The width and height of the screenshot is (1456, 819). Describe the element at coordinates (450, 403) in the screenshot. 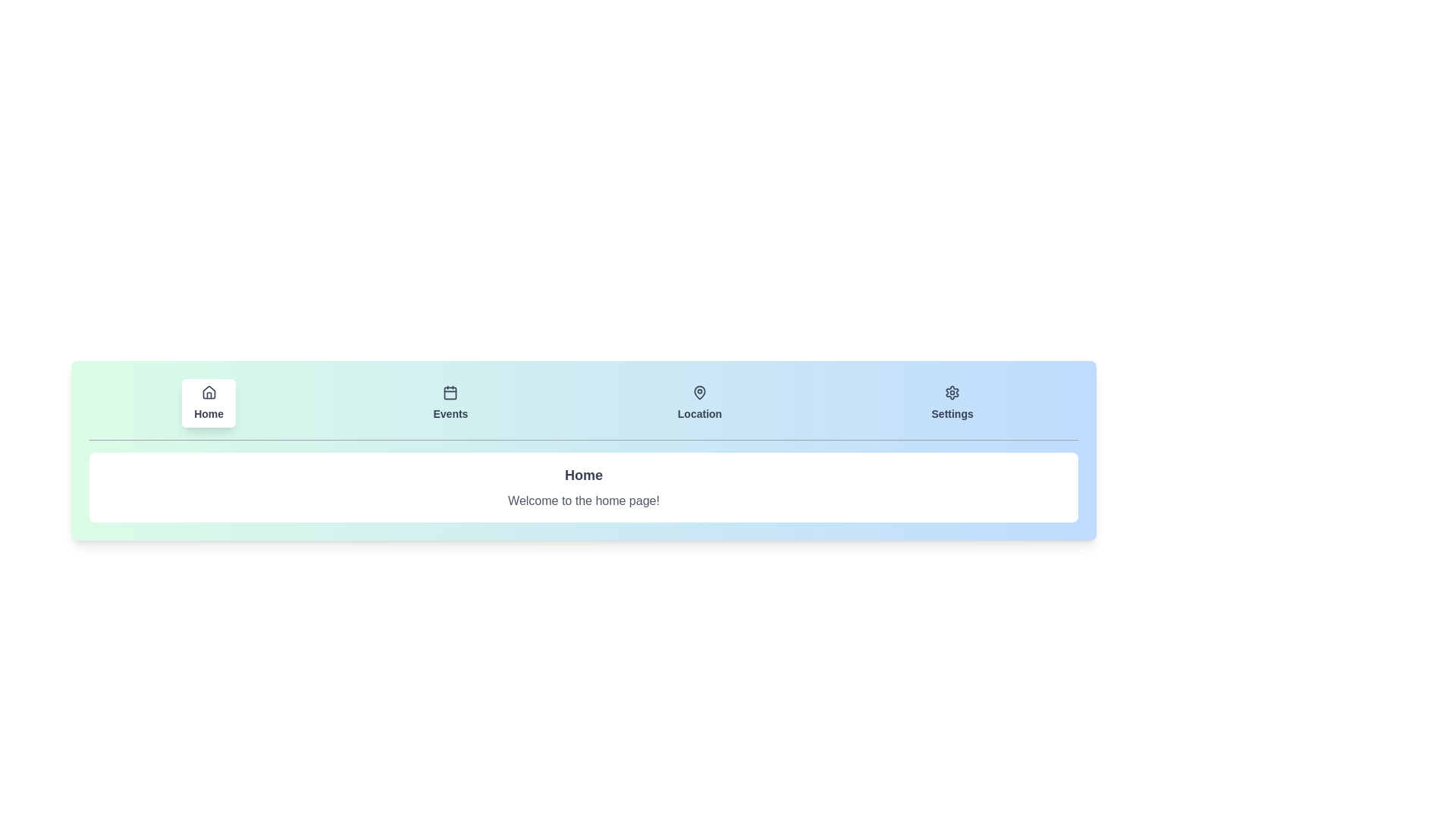

I see `the tab labeled Events to observe the visual feedback` at that location.